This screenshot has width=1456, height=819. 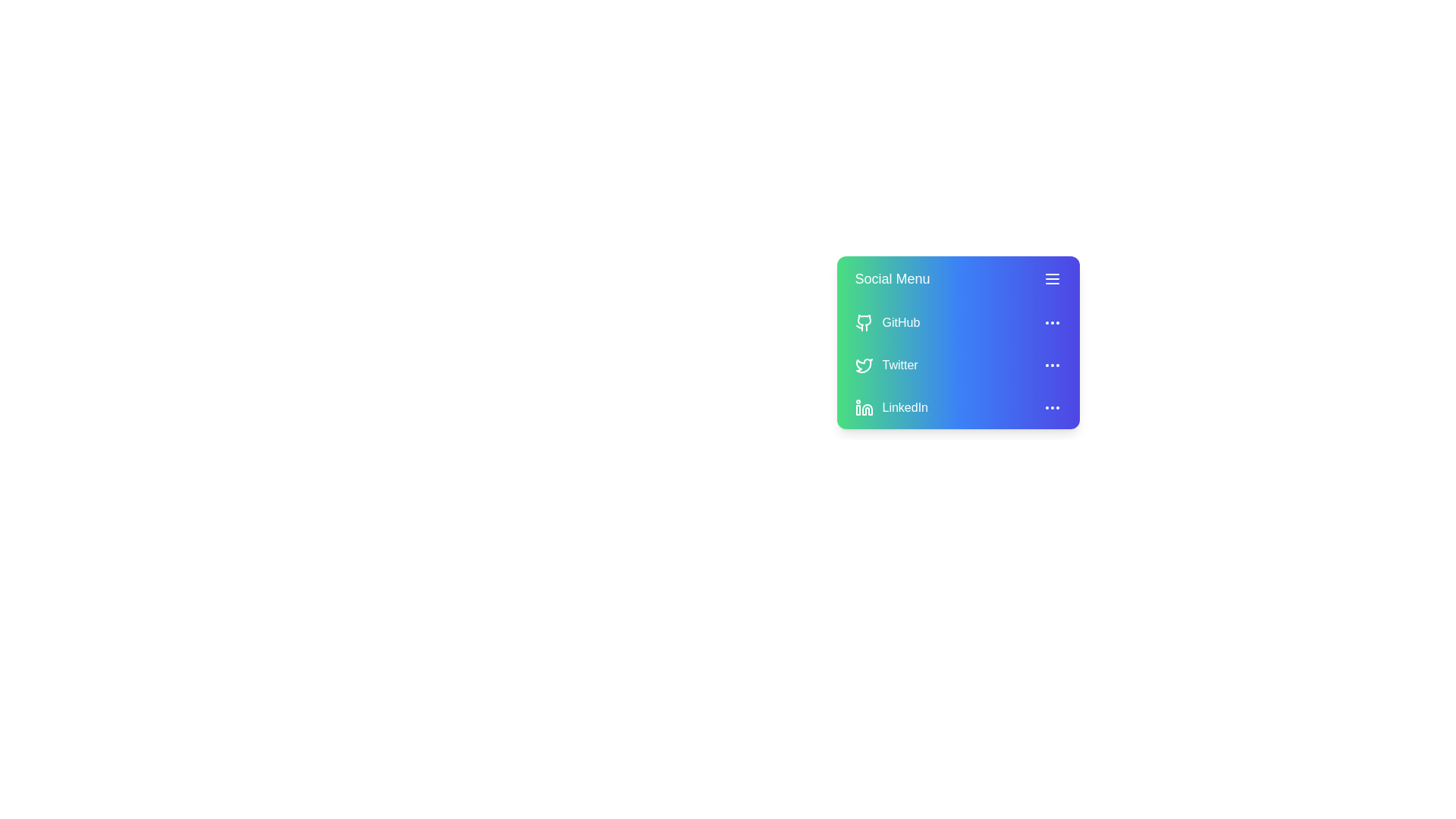 I want to click on the Twitter item in the menu to navigate to its respective link, so click(x=900, y=366).